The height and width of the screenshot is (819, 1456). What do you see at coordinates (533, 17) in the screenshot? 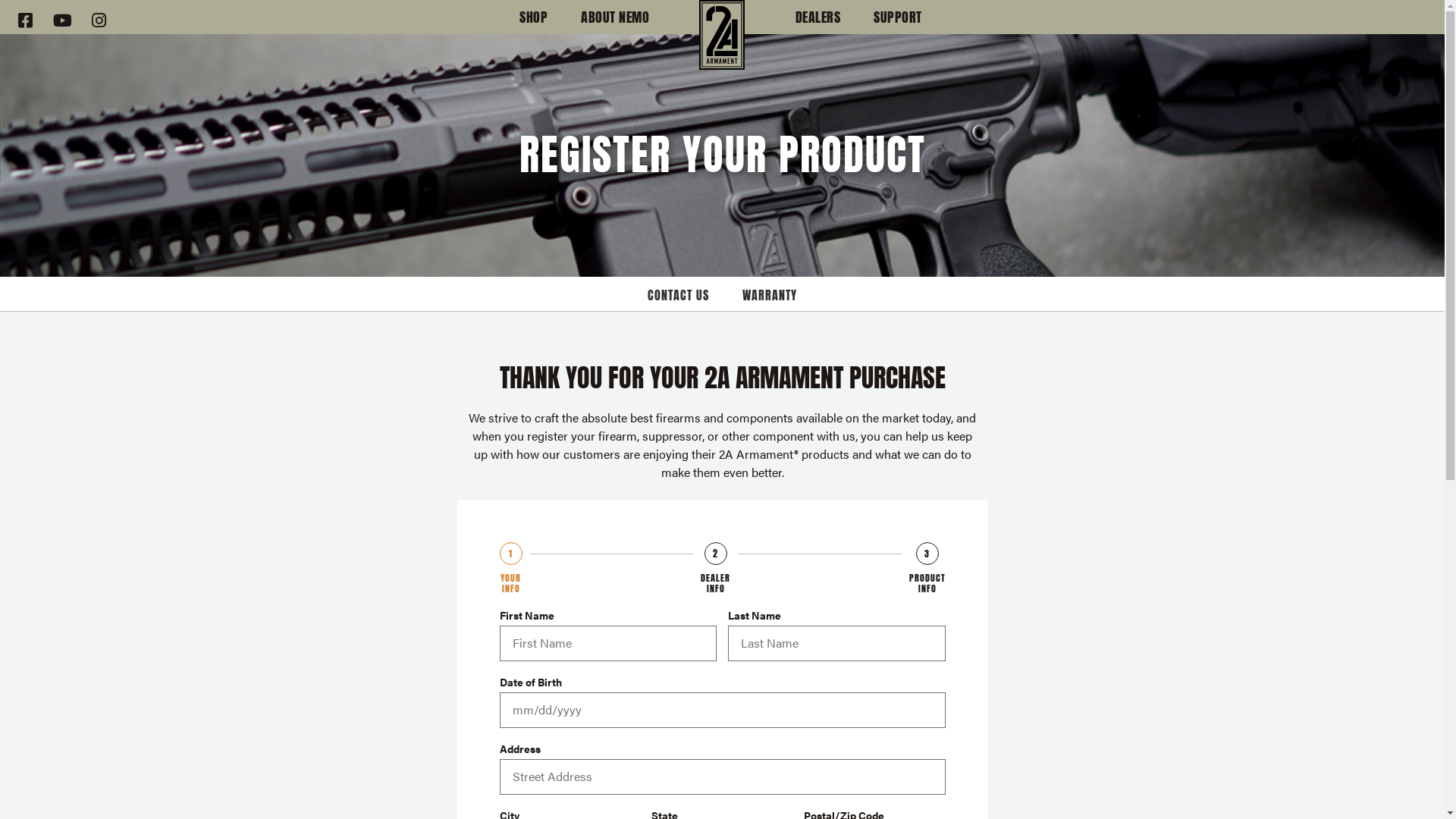
I see `'SHOP'` at bounding box center [533, 17].